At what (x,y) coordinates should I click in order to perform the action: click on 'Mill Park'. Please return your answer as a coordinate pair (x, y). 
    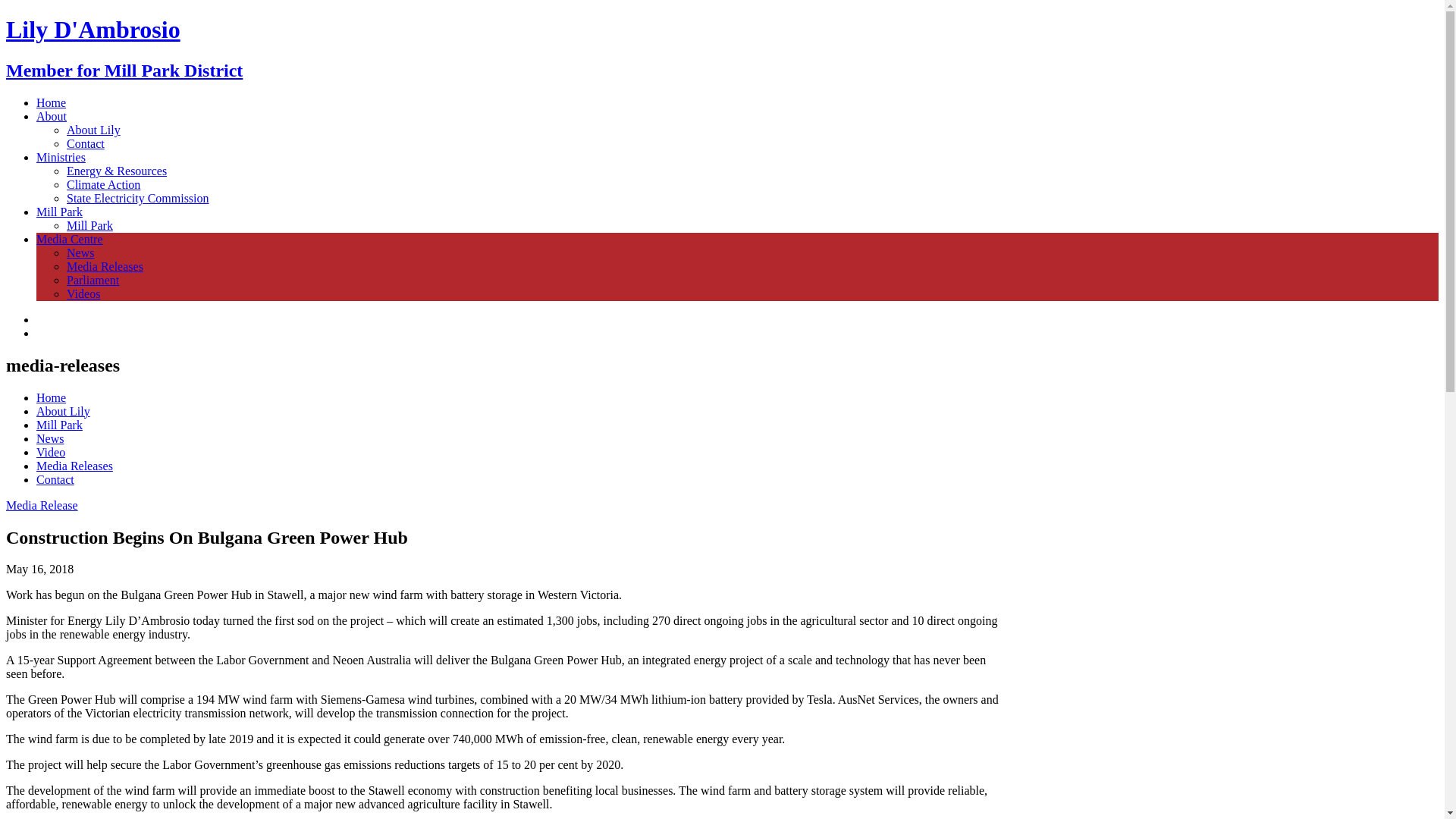
    Looking at the image, I should click on (59, 425).